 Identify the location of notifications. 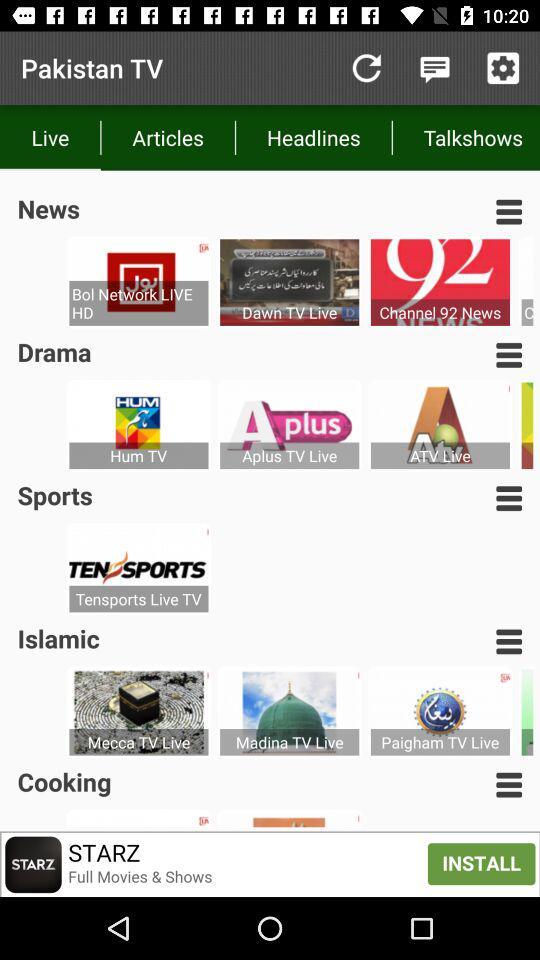
(434, 68).